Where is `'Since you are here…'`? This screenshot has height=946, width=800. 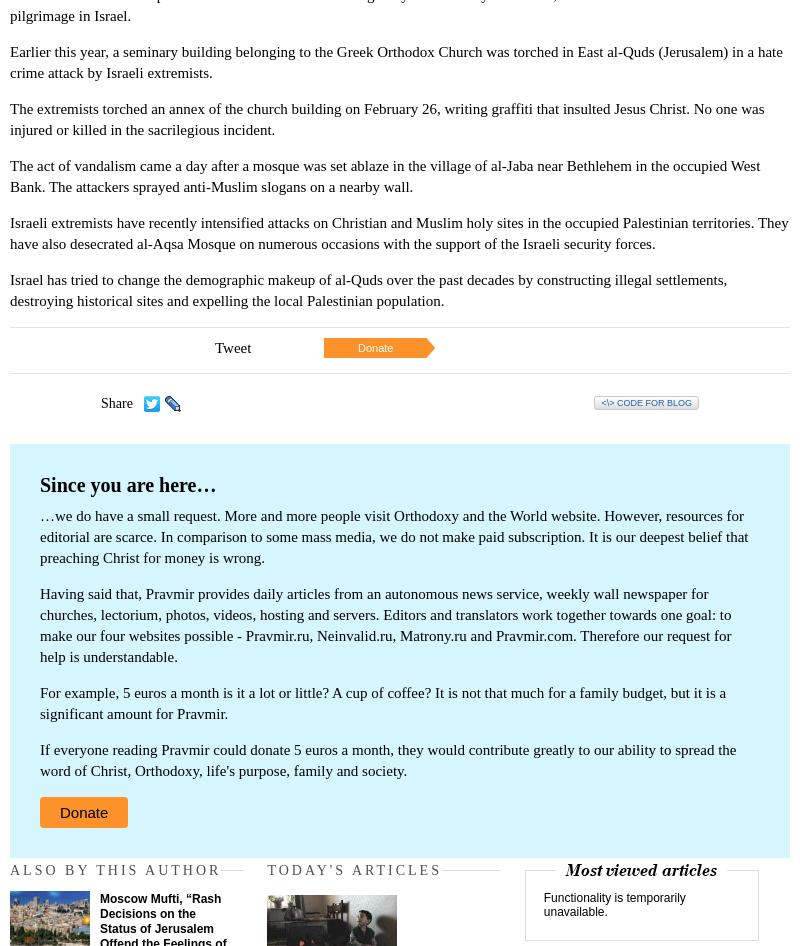 'Since you are here…' is located at coordinates (127, 485).